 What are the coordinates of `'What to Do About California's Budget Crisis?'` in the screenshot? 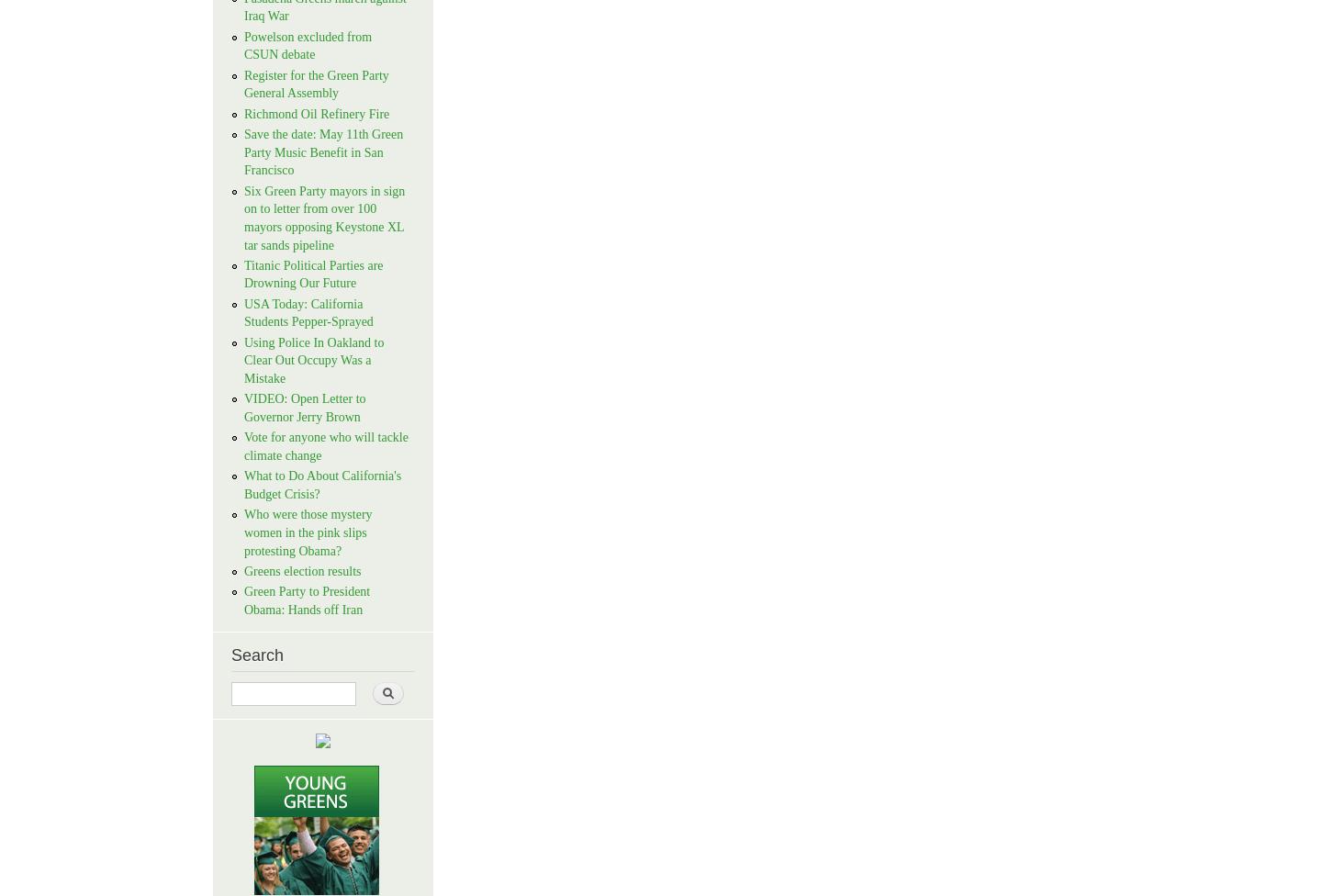 It's located at (322, 485).